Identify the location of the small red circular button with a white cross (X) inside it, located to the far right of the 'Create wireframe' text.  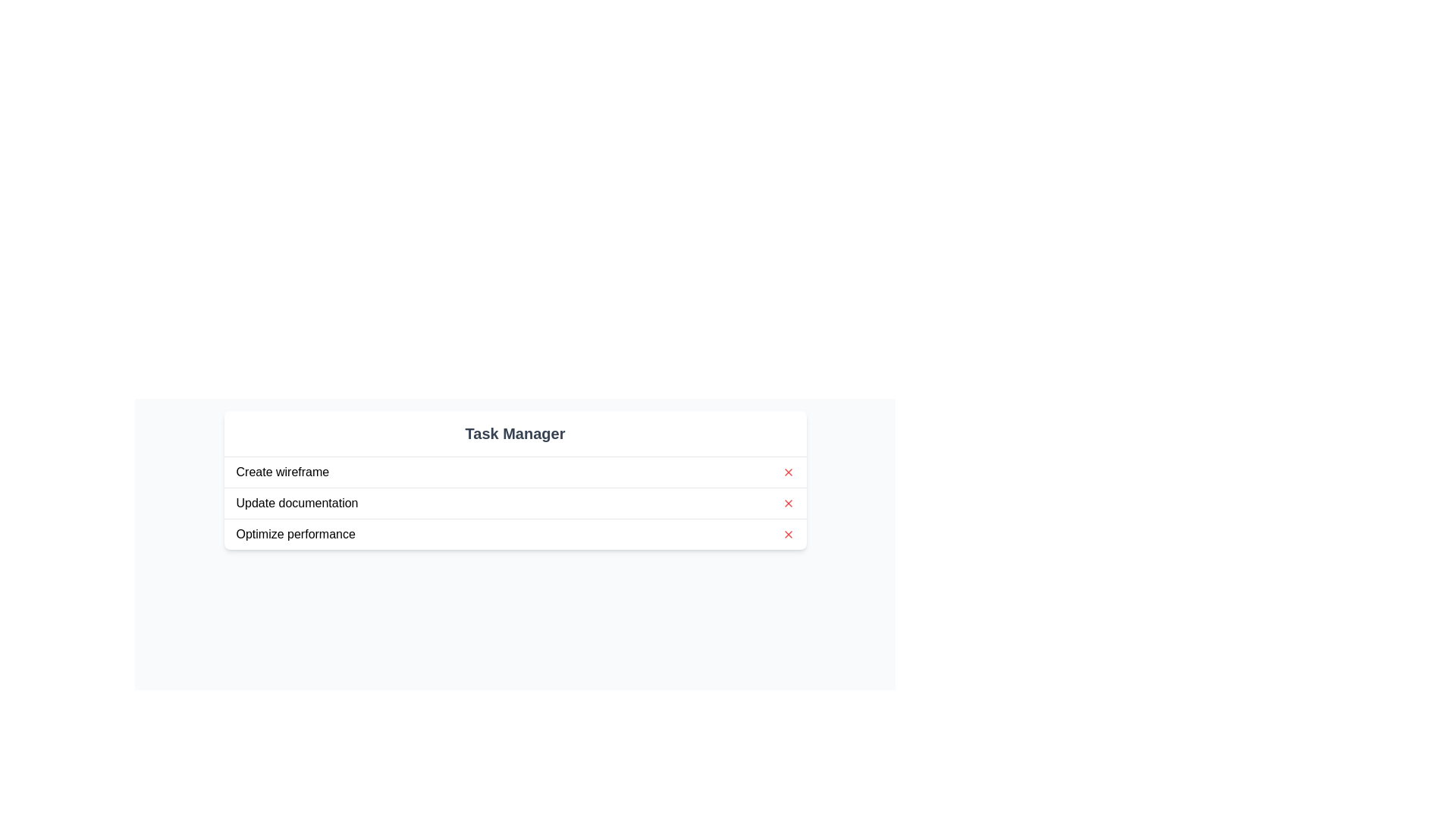
(788, 472).